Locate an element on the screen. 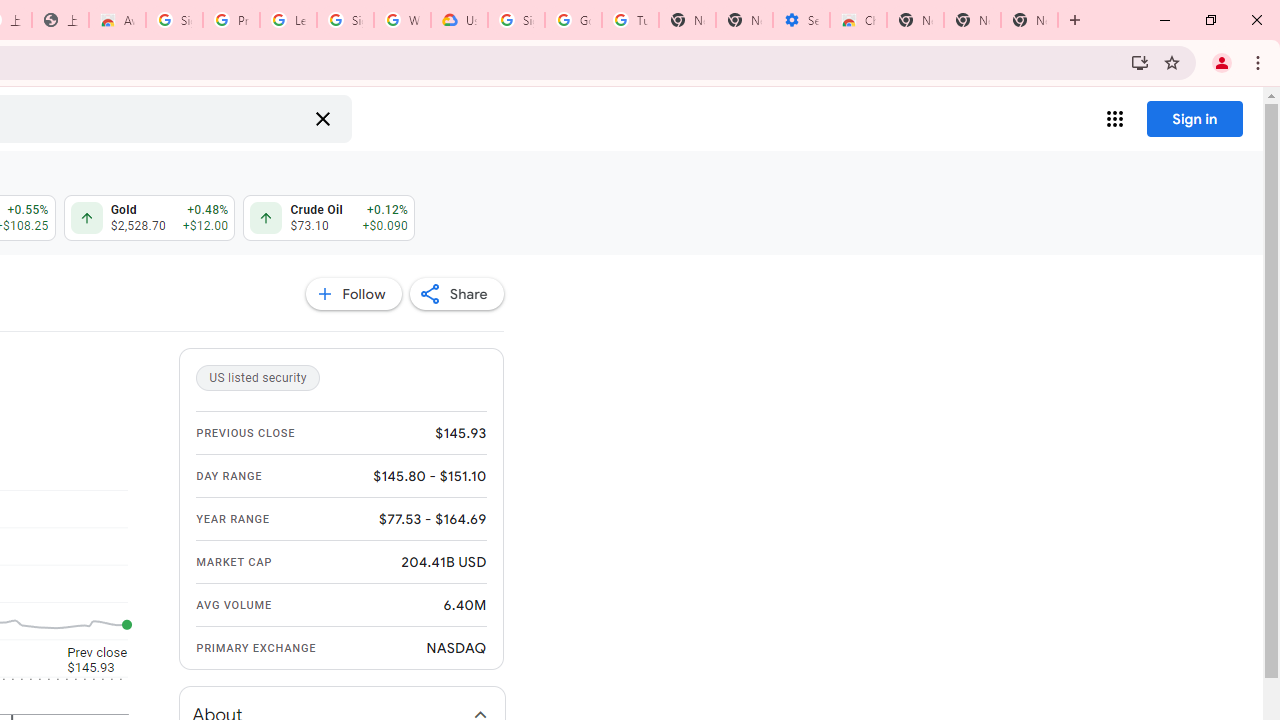  'New Tab' is located at coordinates (1074, 20).